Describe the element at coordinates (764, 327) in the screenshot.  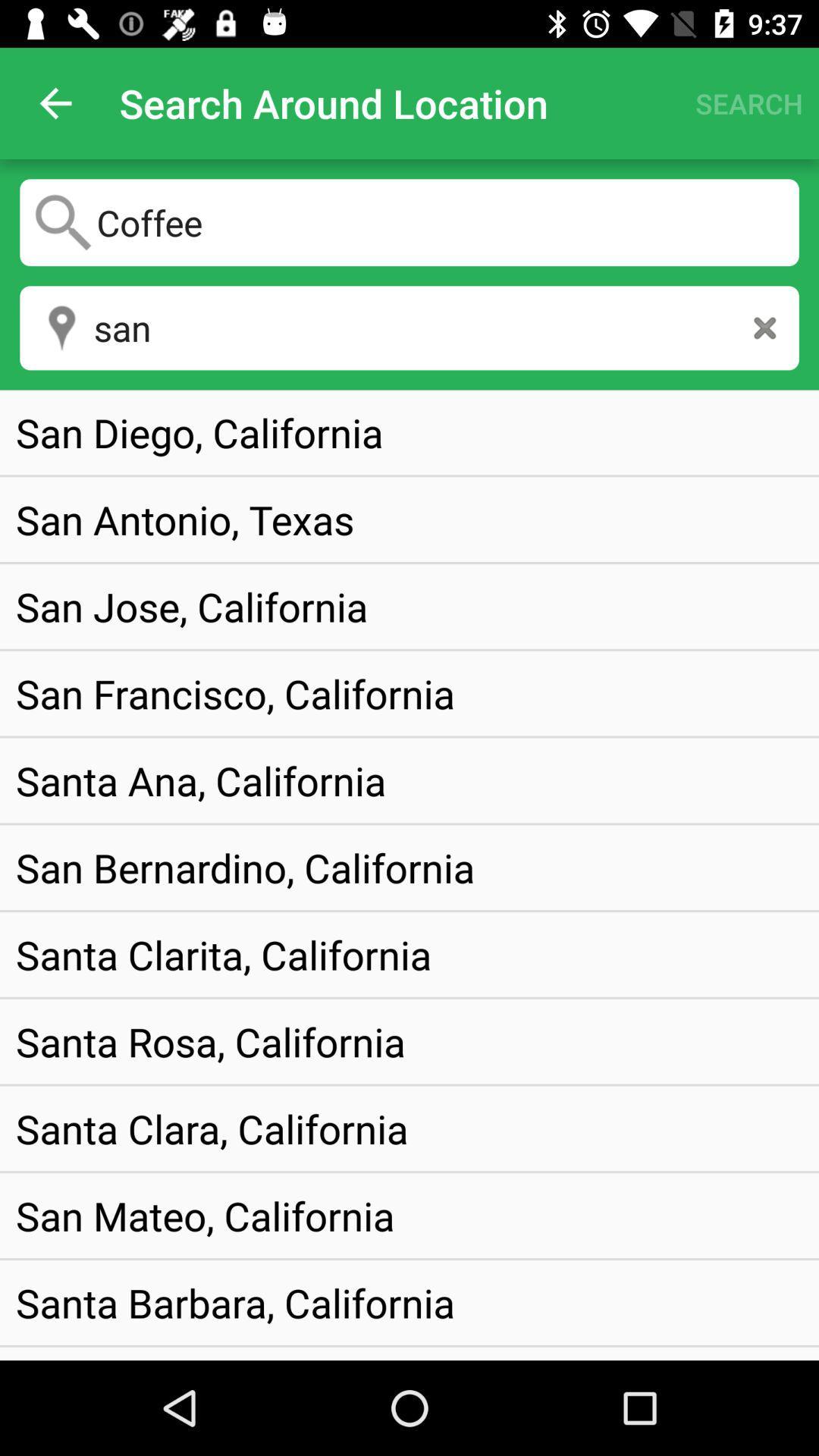
I see `icon below coffee item` at that location.